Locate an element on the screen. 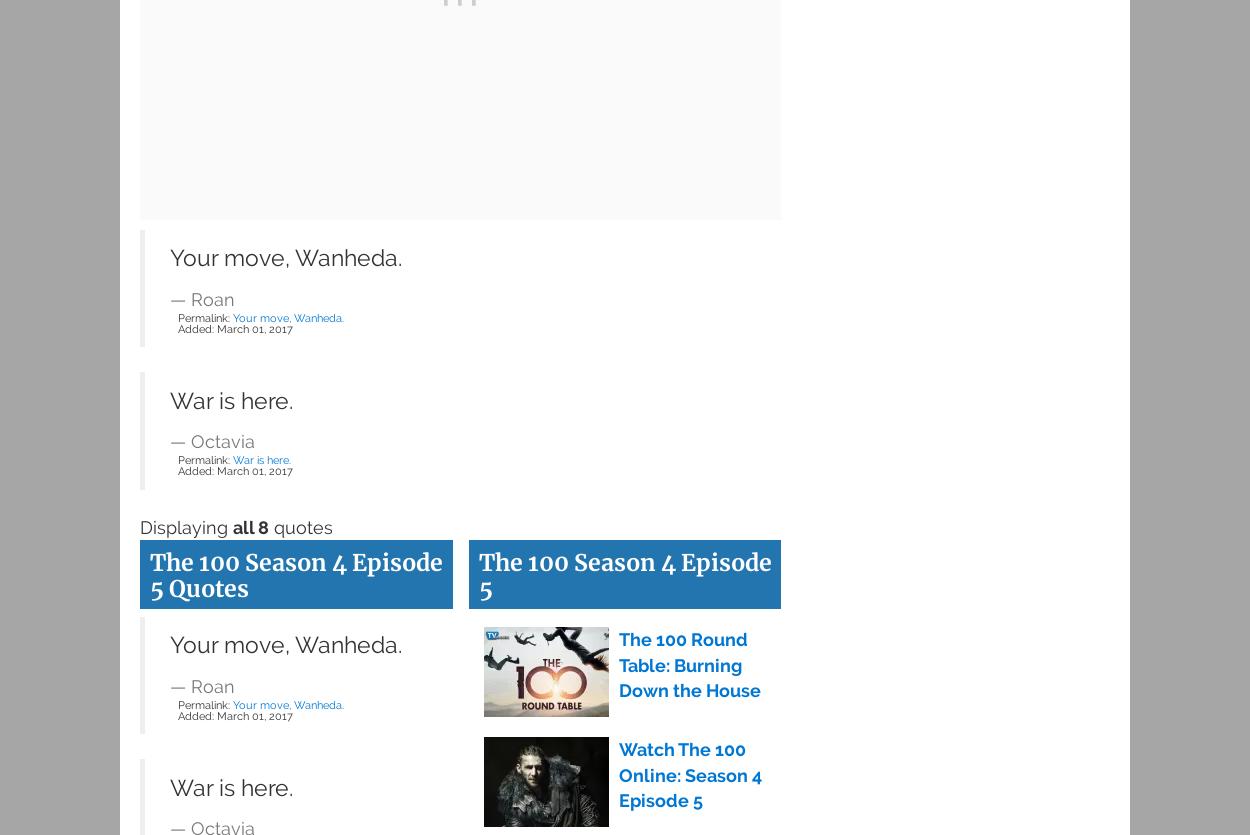  'The 100 Season 4 Episode 5' is located at coordinates (623, 574).